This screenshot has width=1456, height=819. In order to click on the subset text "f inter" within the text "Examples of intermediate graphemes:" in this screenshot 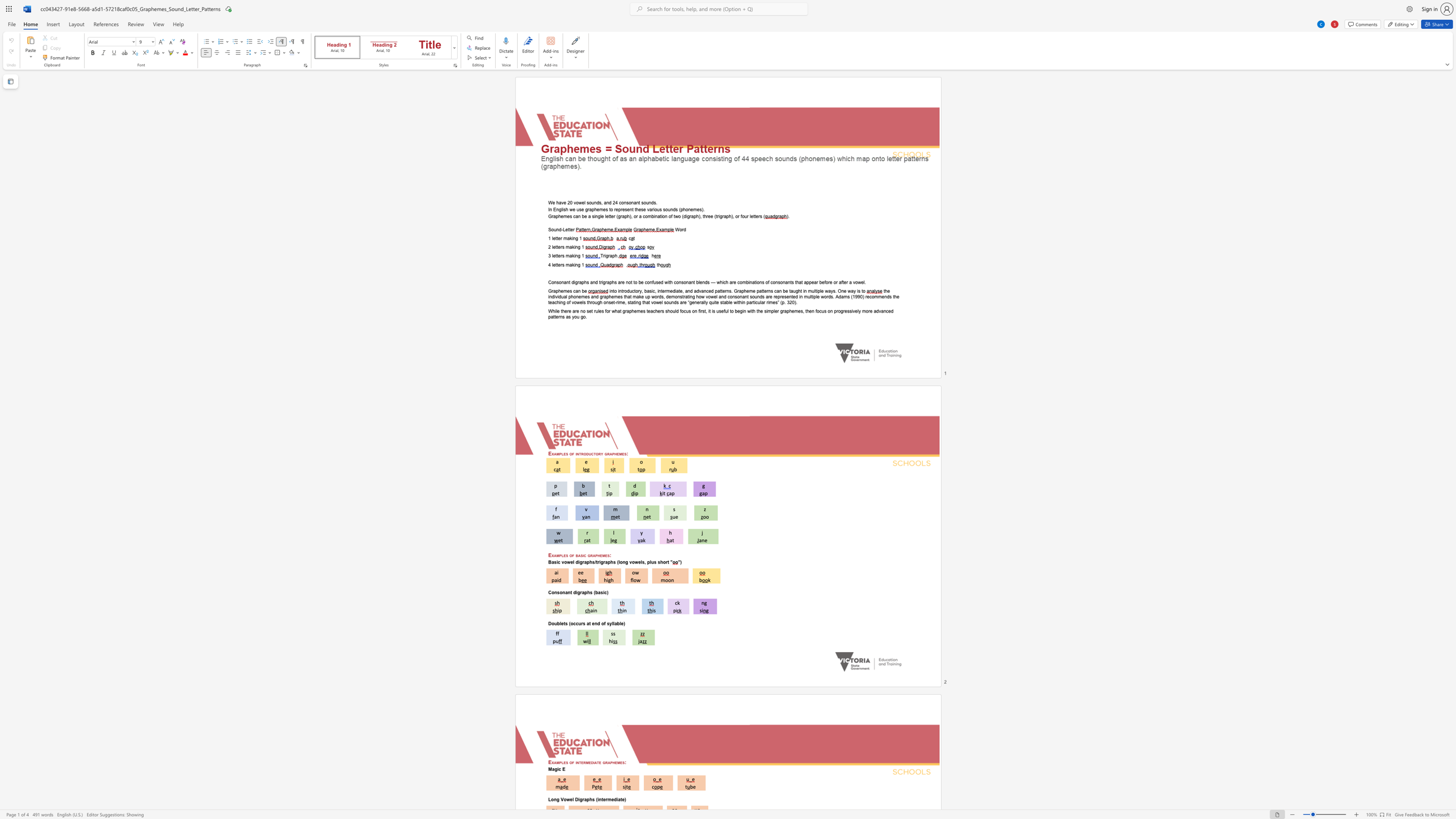, I will do `click(572, 762)`.